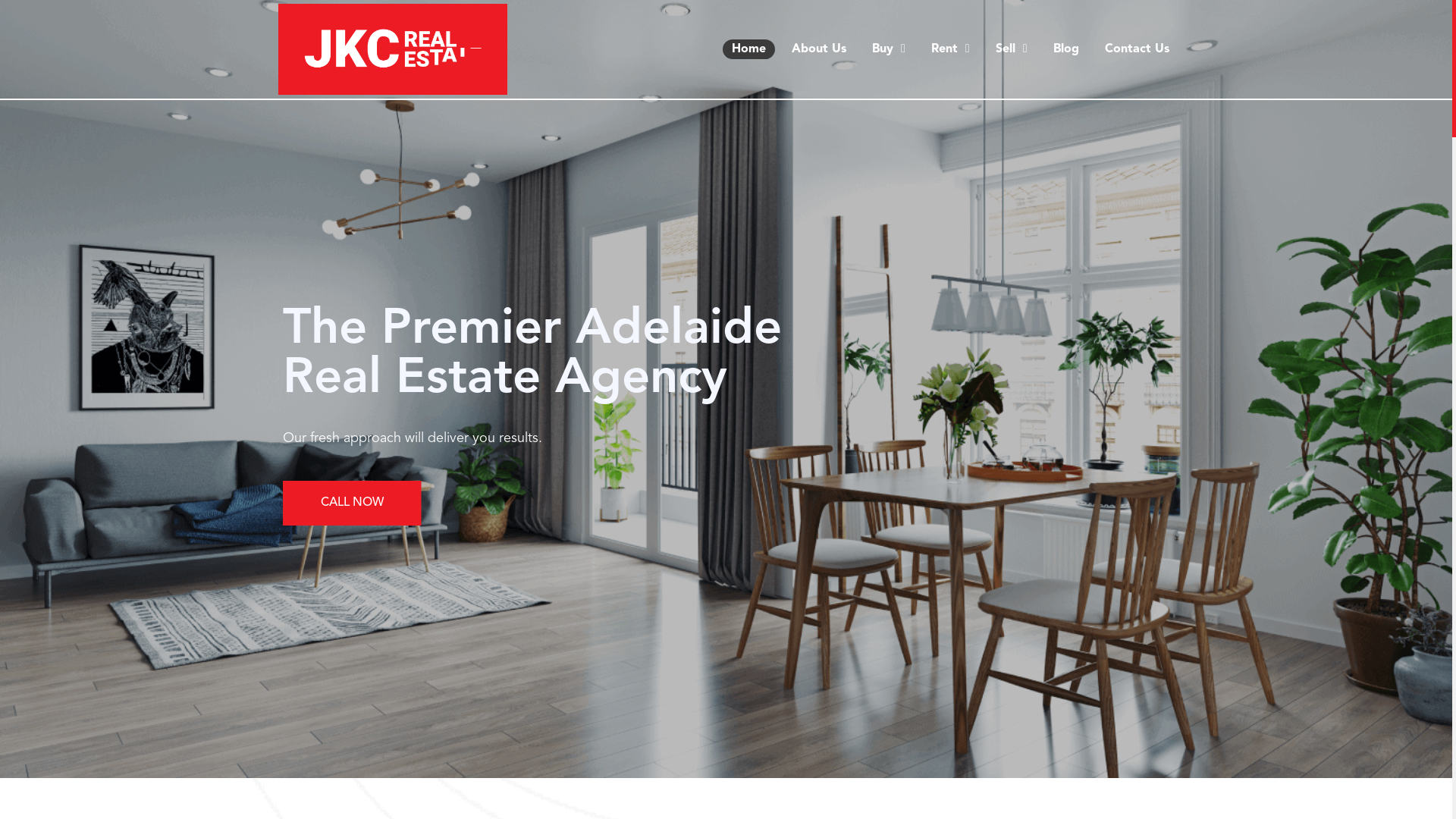 The height and width of the screenshot is (819, 1456). I want to click on 'Blog', so click(1043, 49).